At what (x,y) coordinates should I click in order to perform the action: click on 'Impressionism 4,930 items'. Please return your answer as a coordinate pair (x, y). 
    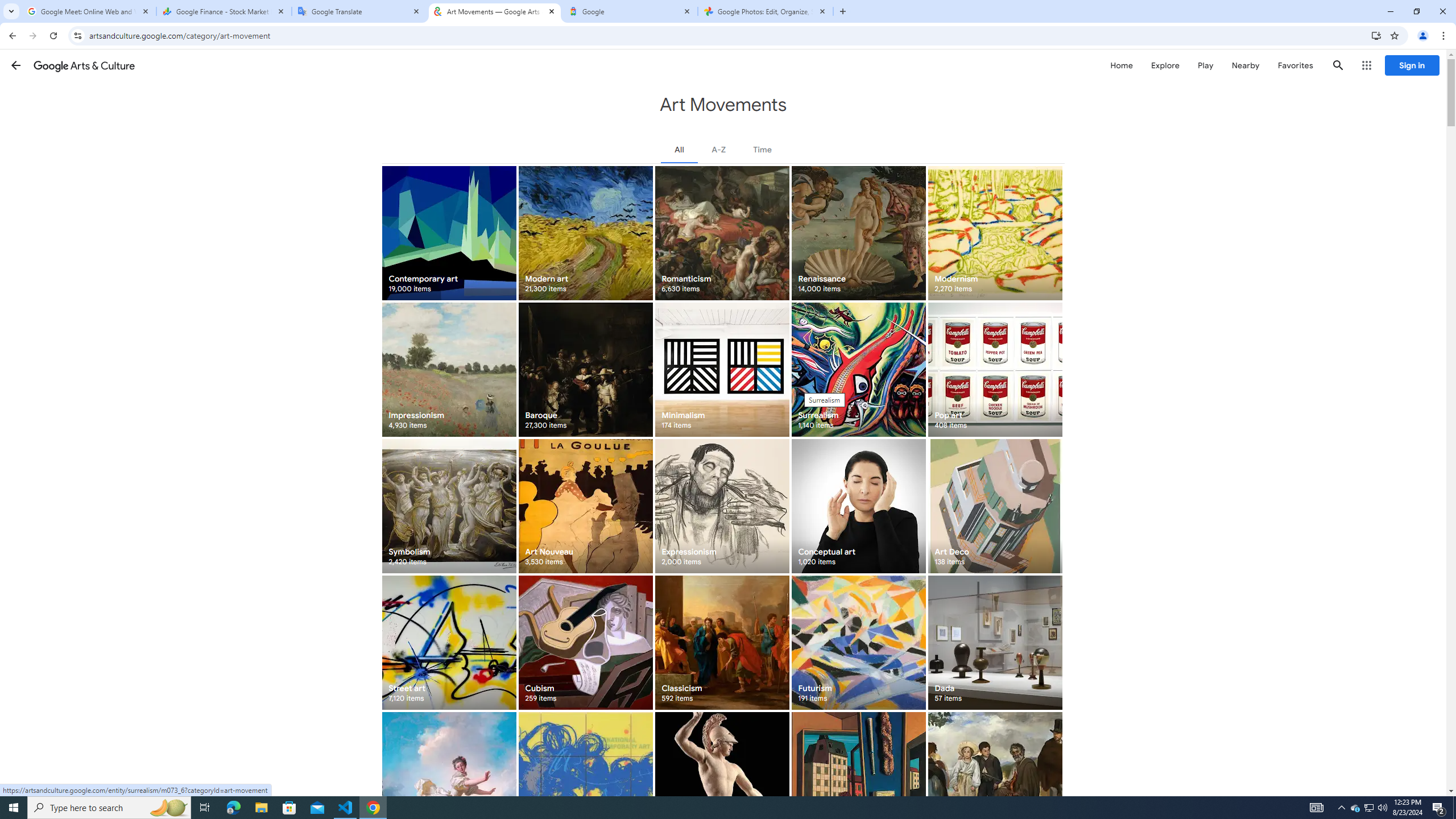
    Looking at the image, I should click on (448, 369).